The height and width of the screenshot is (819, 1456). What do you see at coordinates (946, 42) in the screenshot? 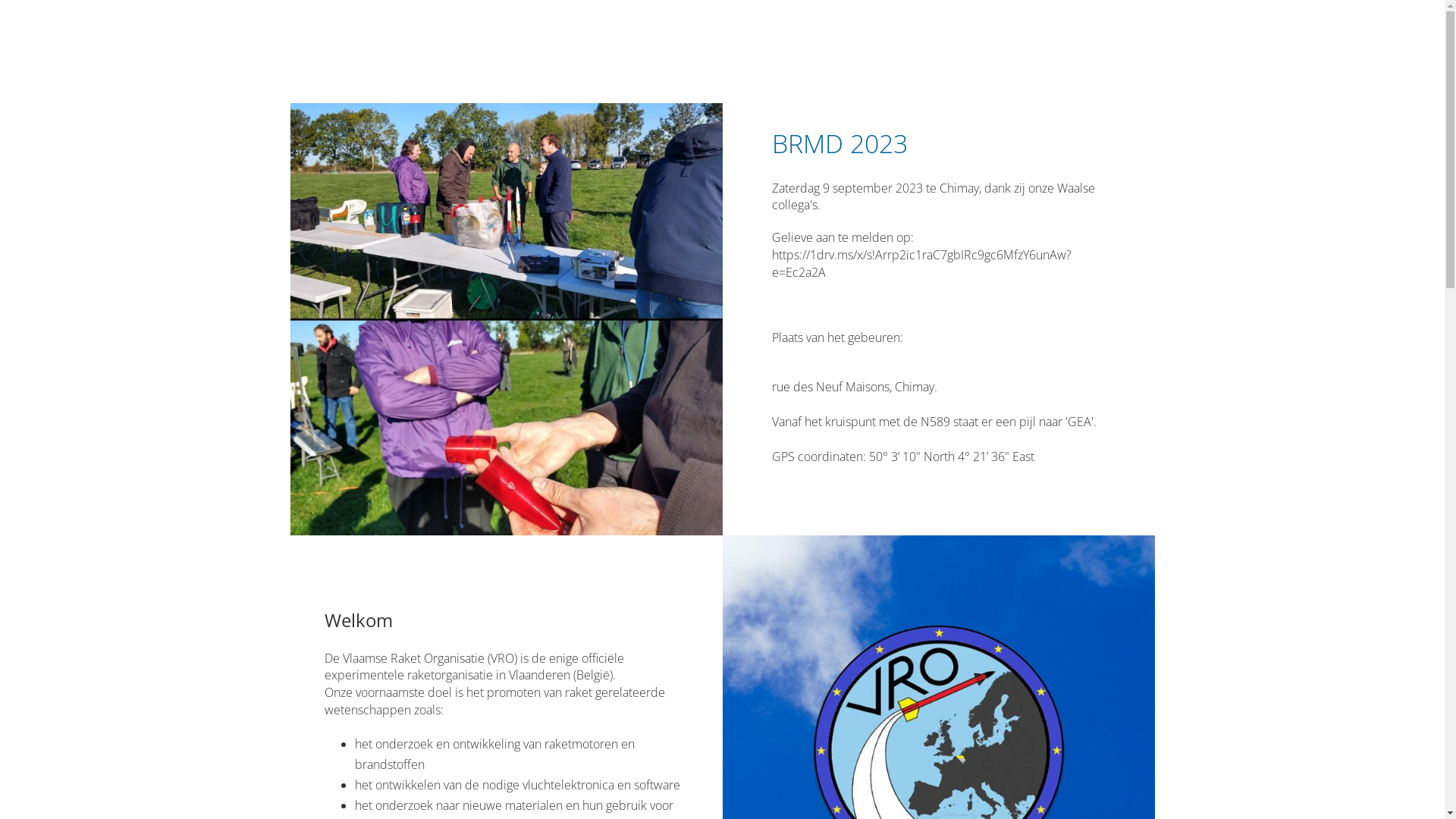
I see `'Contact'` at bounding box center [946, 42].